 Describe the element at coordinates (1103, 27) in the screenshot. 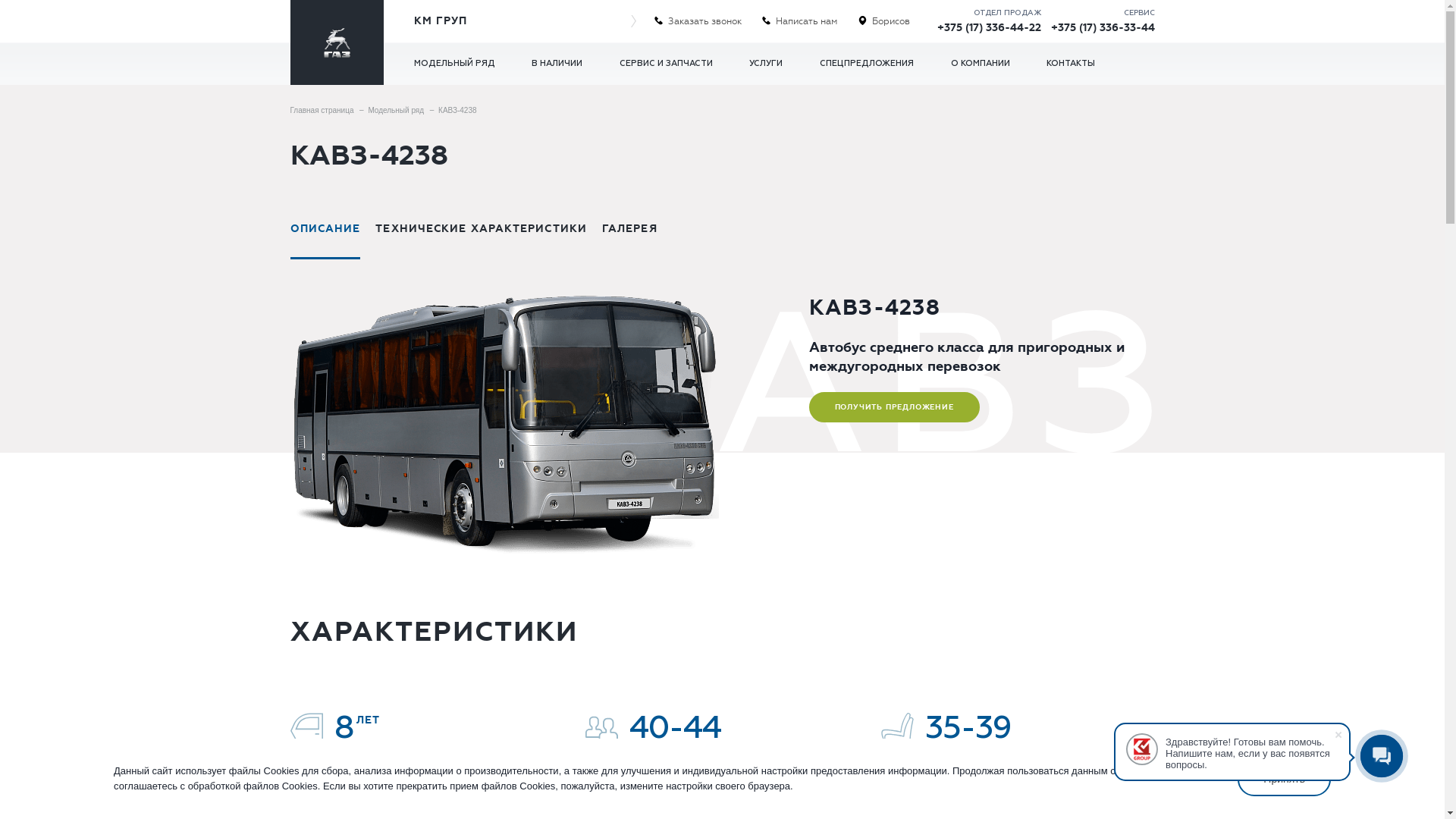

I see `'+375 (17) 336-33-44'` at that location.